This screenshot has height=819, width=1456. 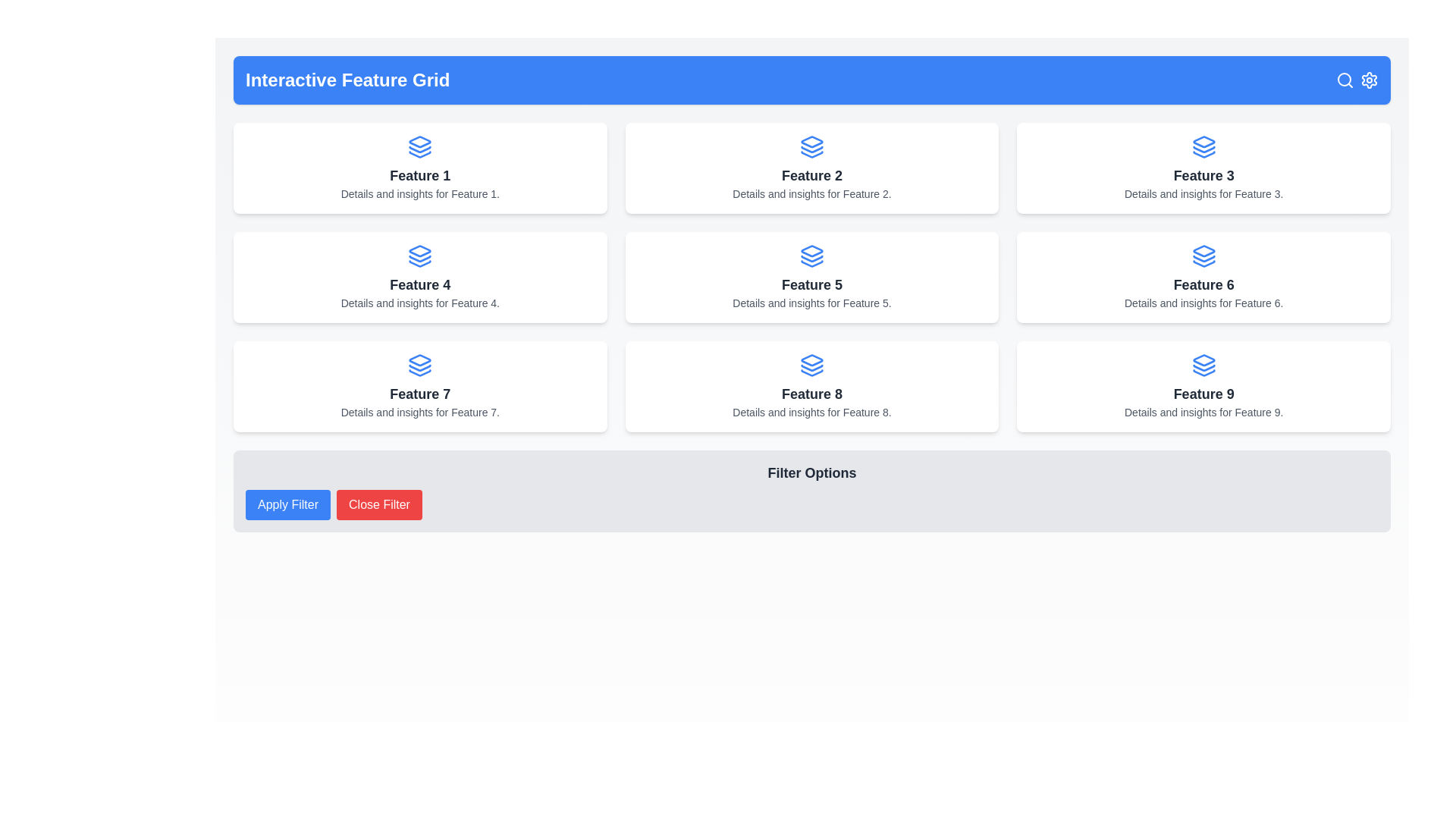 What do you see at coordinates (420, 284) in the screenshot?
I see `the bold text label reading 'Feature 4' located in the first column of the second row in the grid layout, which serves as the title of a card` at bounding box center [420, 284].